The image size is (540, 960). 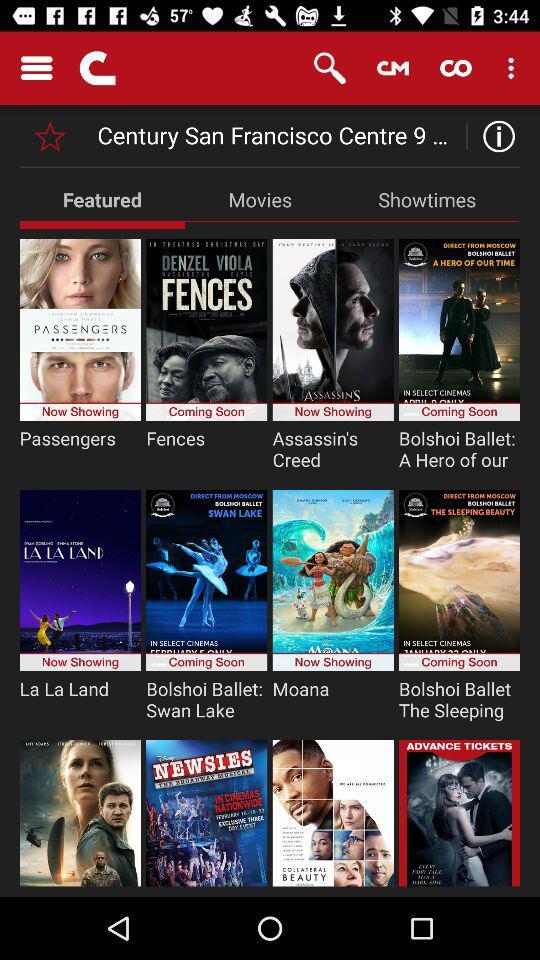 What do you see at coordinates (278, 135) in the screenshot?
I see `century san francisco icon` at bounding box center [278, 135].